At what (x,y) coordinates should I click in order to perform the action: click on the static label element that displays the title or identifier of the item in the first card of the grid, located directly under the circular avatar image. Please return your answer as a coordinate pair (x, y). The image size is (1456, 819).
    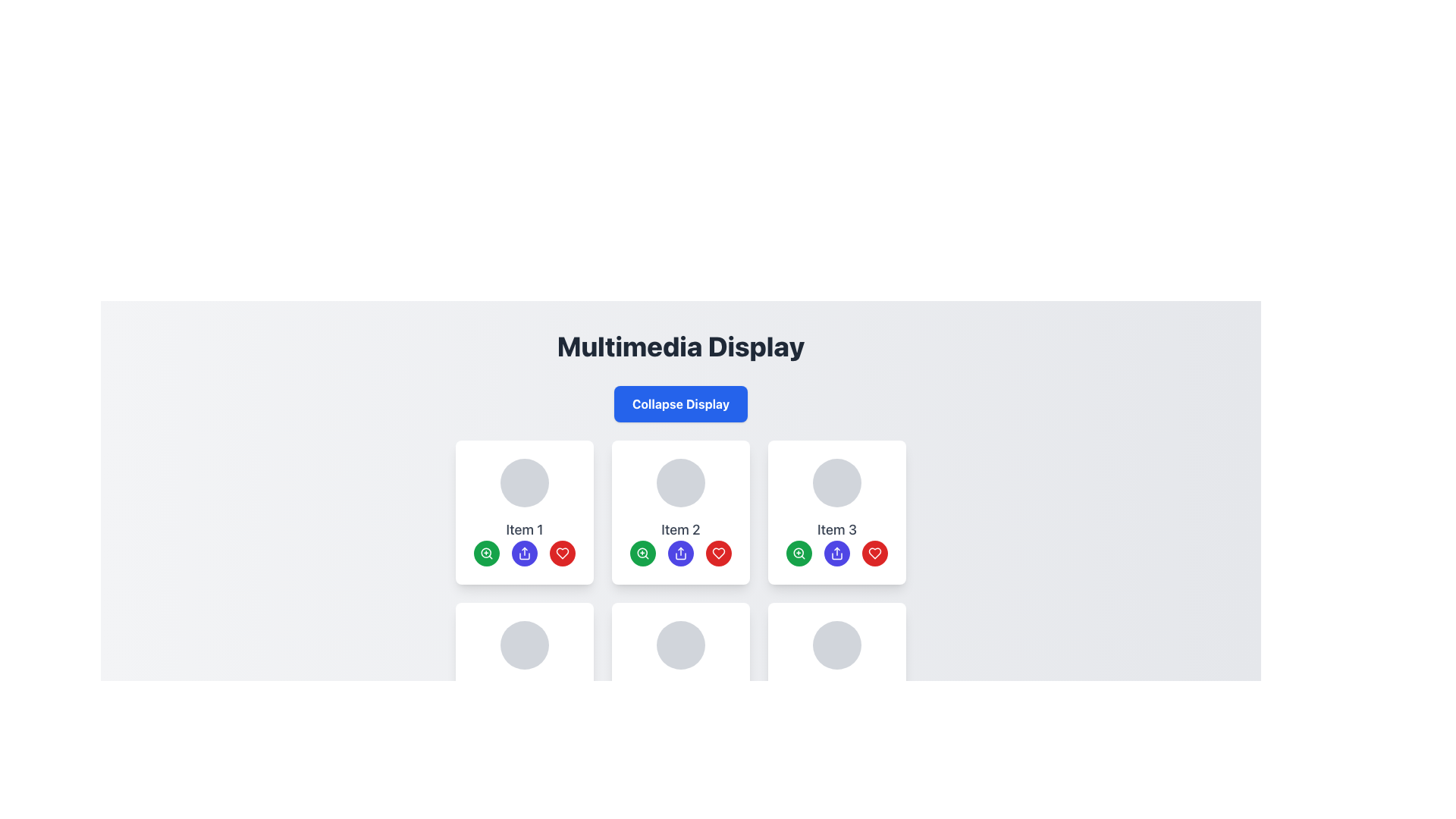
    Looking at the image, I should click on (524, 529).